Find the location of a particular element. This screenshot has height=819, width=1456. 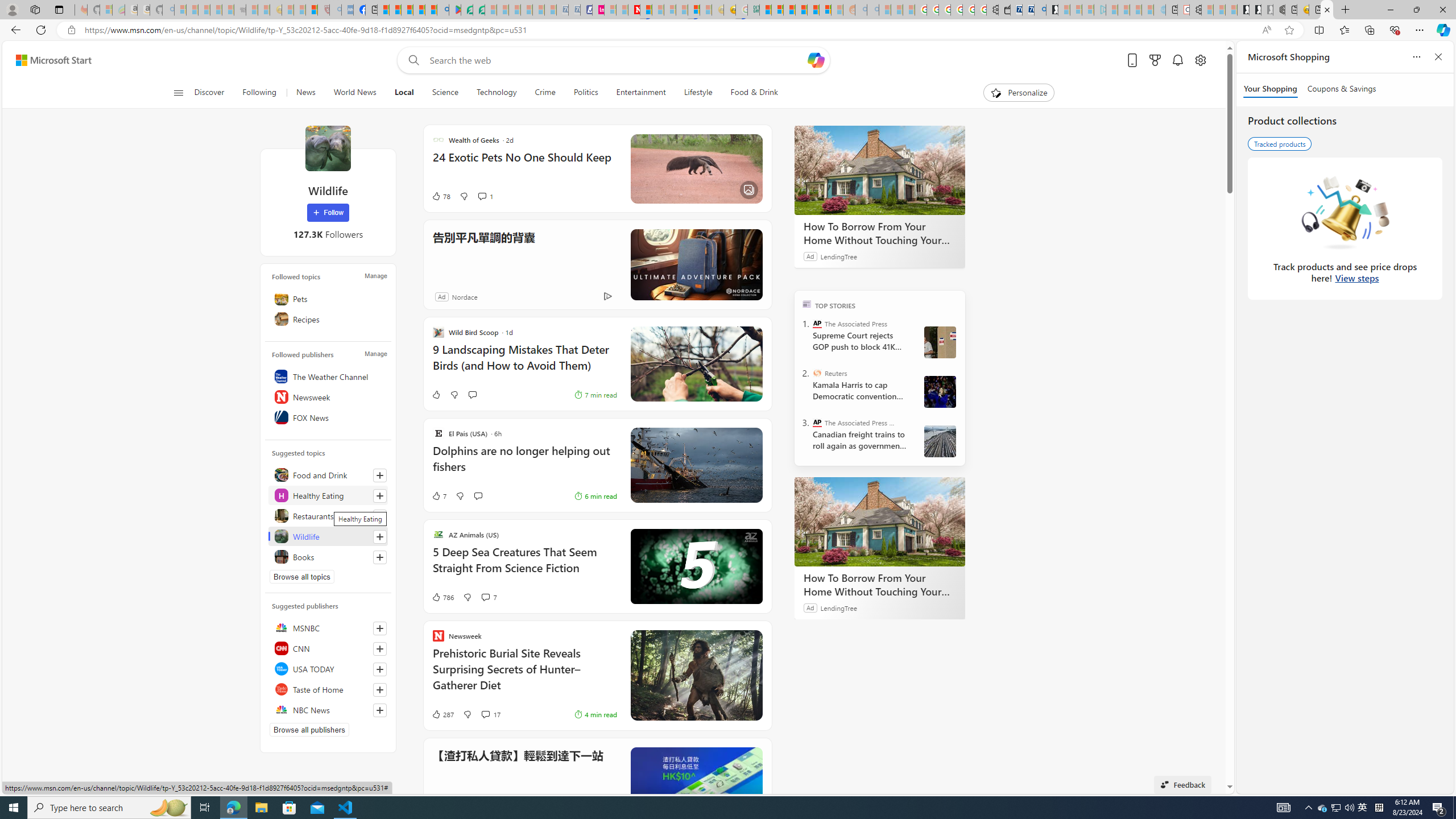

'Food & Drink' is located at coordinates (754, 92).